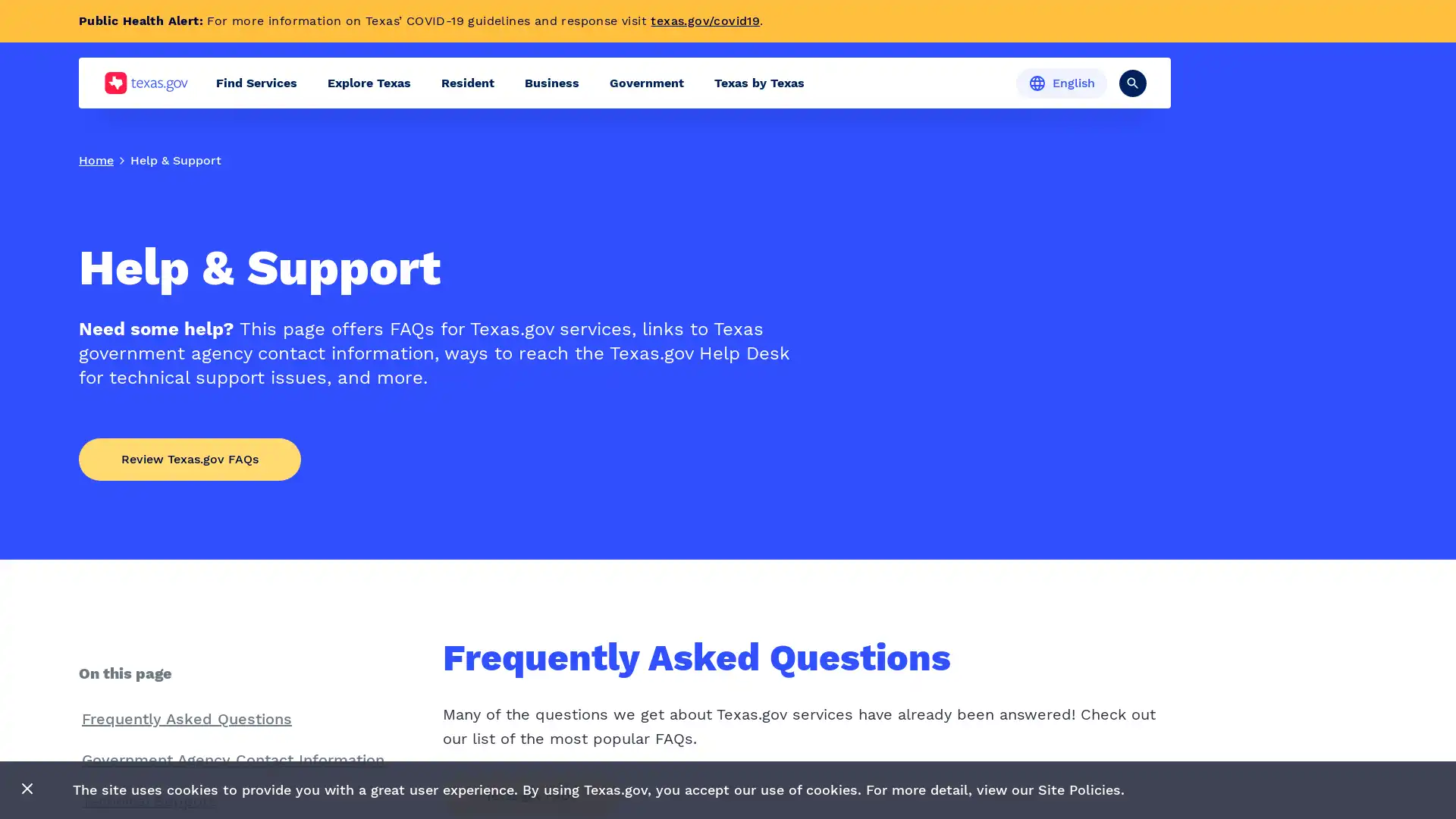 The height and width of the screenshot is (819, 1456). I want to click on Business, so click(551, 83).